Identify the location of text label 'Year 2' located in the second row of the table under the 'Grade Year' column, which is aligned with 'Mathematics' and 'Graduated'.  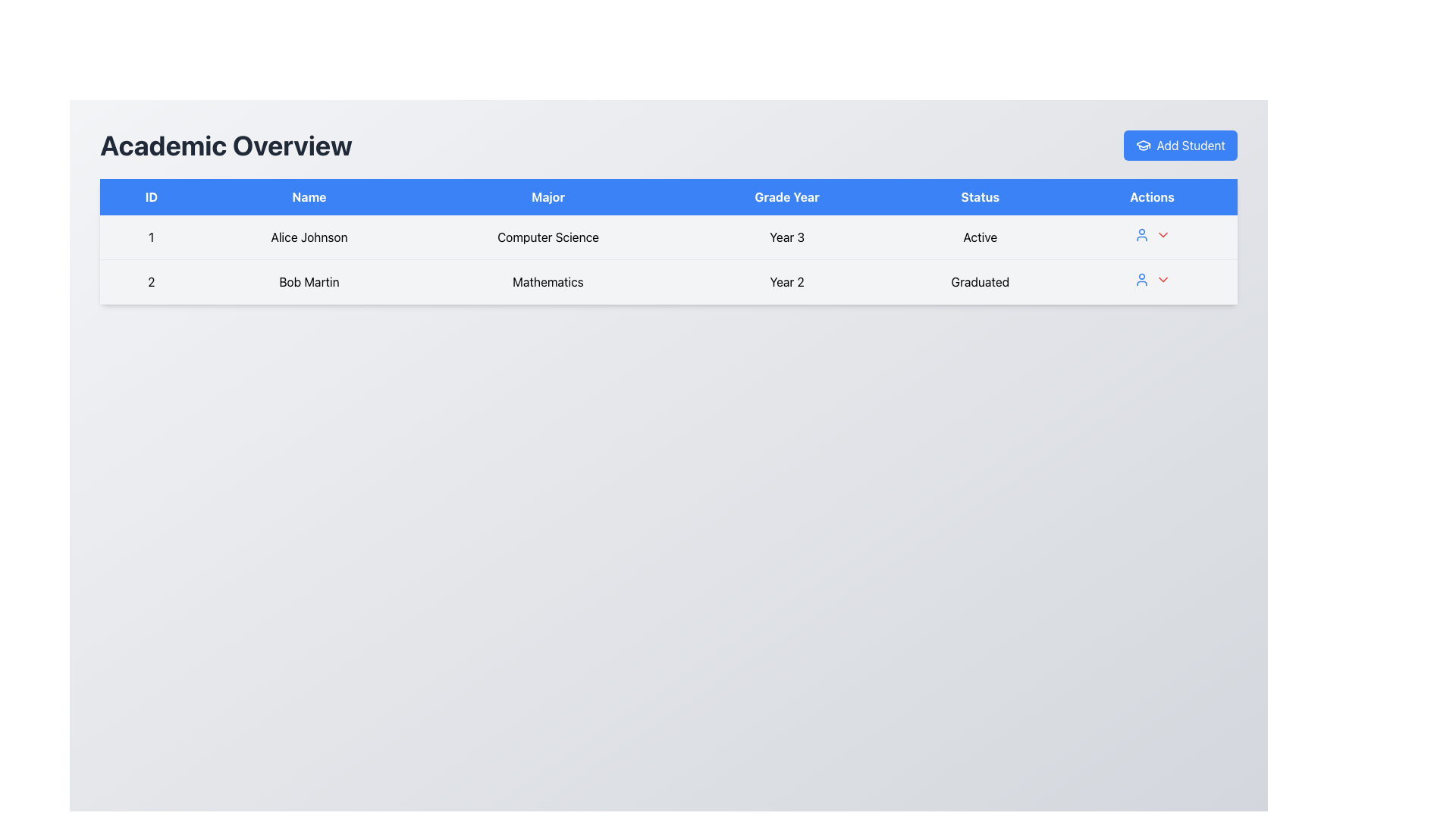
(787, 281).